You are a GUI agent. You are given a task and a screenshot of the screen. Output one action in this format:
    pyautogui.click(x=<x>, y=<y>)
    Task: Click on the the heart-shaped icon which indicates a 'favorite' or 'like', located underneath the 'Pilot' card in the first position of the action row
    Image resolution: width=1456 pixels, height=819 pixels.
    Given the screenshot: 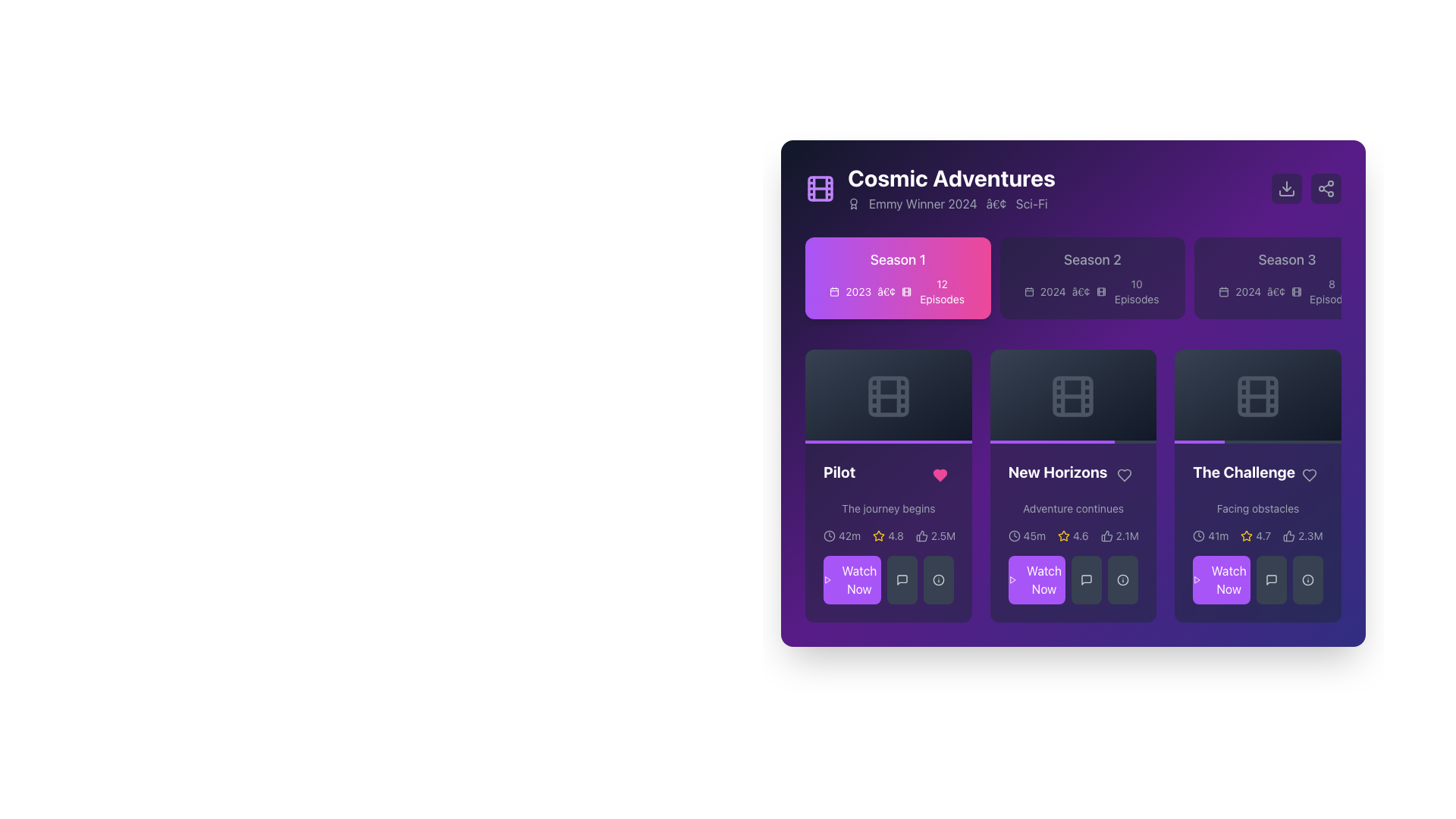 What is the action you would take?
    pyautogui.click(x=939, y=474)
    